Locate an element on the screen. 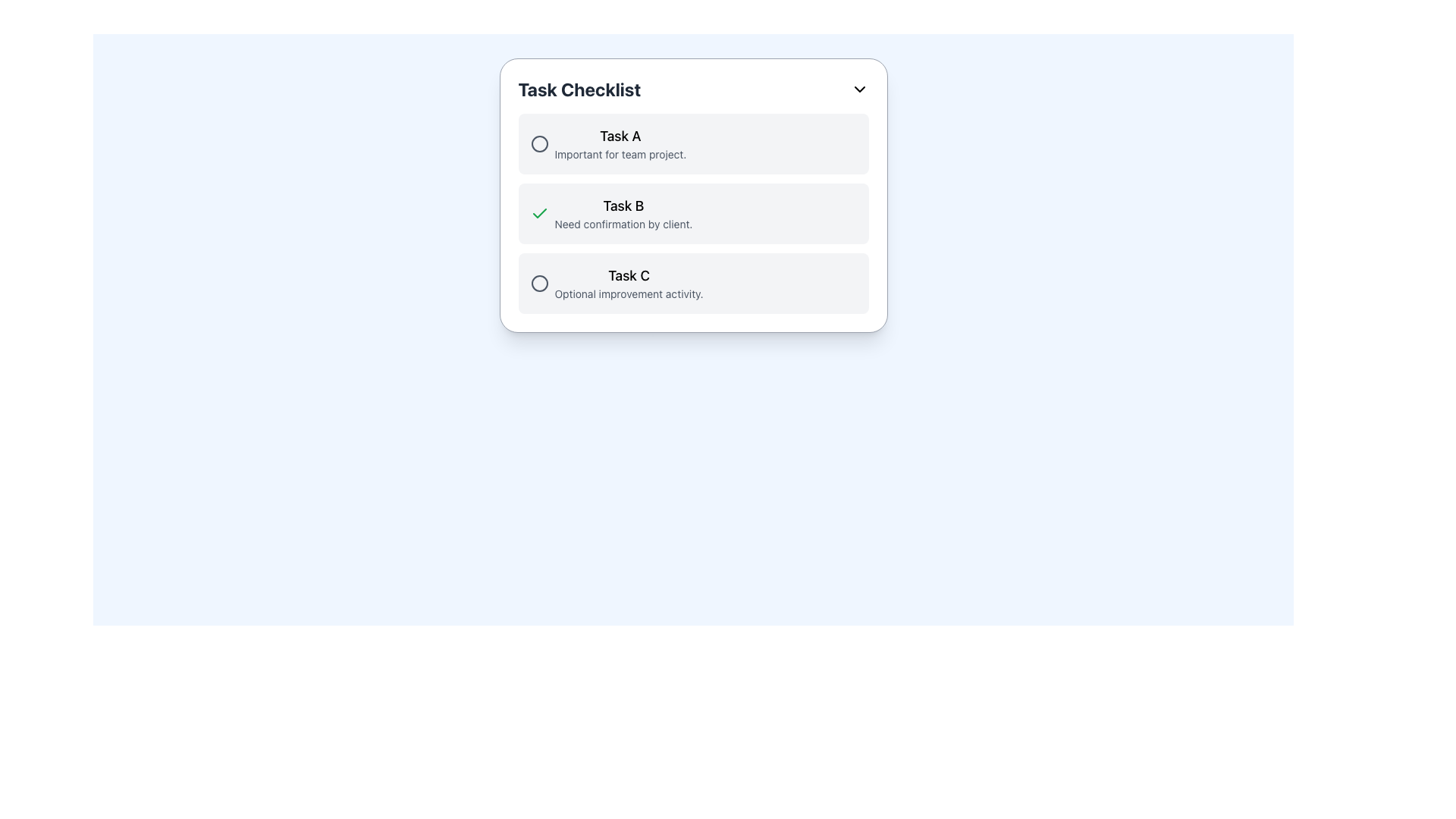 The image size is (1456, 819). the text label displaying 'Optional improvement activity.' which is located below the 'Task C' heading in the checklist interface is located at coordinates (629, 294).